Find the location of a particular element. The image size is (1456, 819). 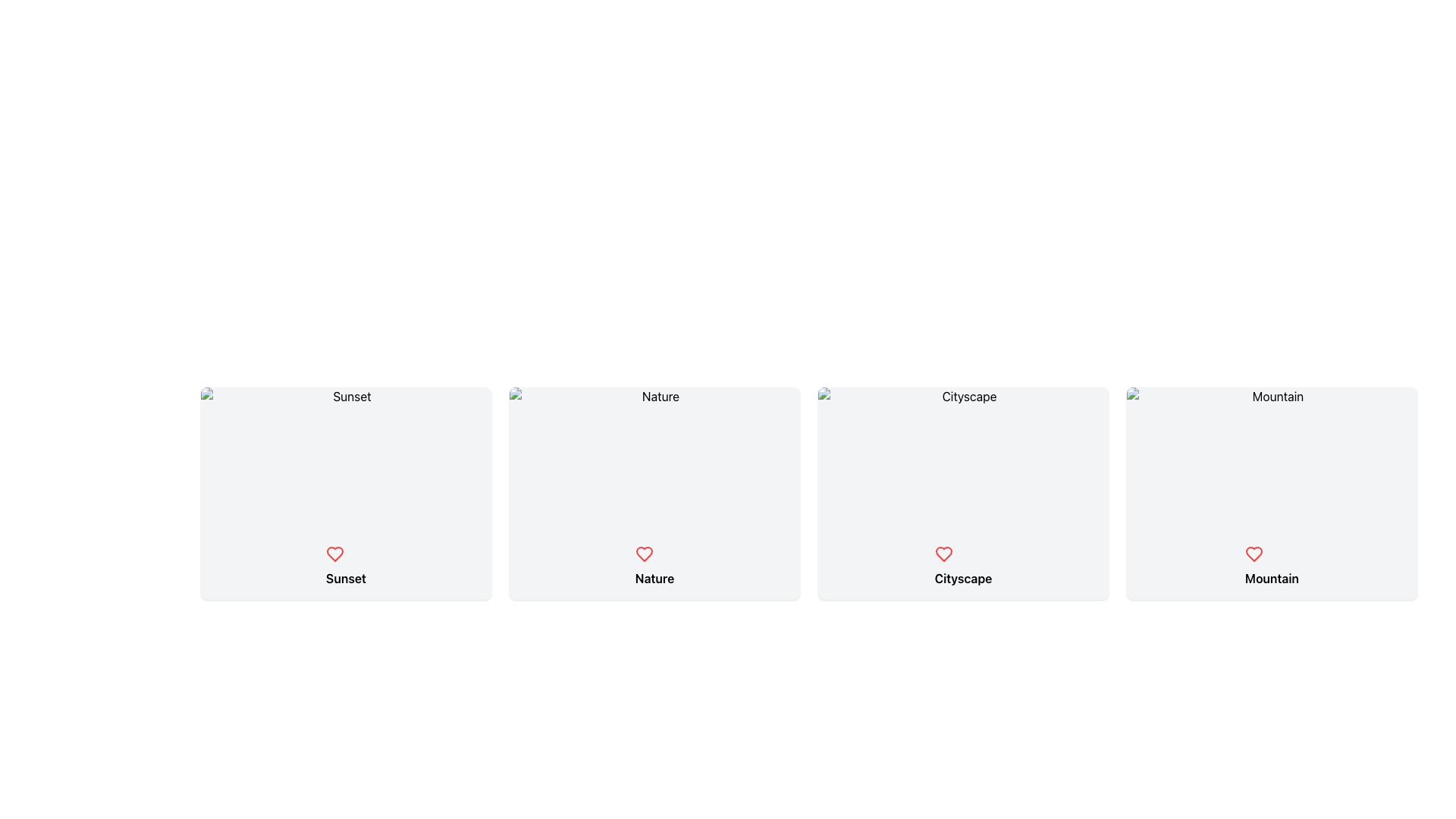

the content of the image element that represents the 'Cityscape' category, located at the top of the card layout, below the 'Cityscape' text is located at coordinates (962, 459).